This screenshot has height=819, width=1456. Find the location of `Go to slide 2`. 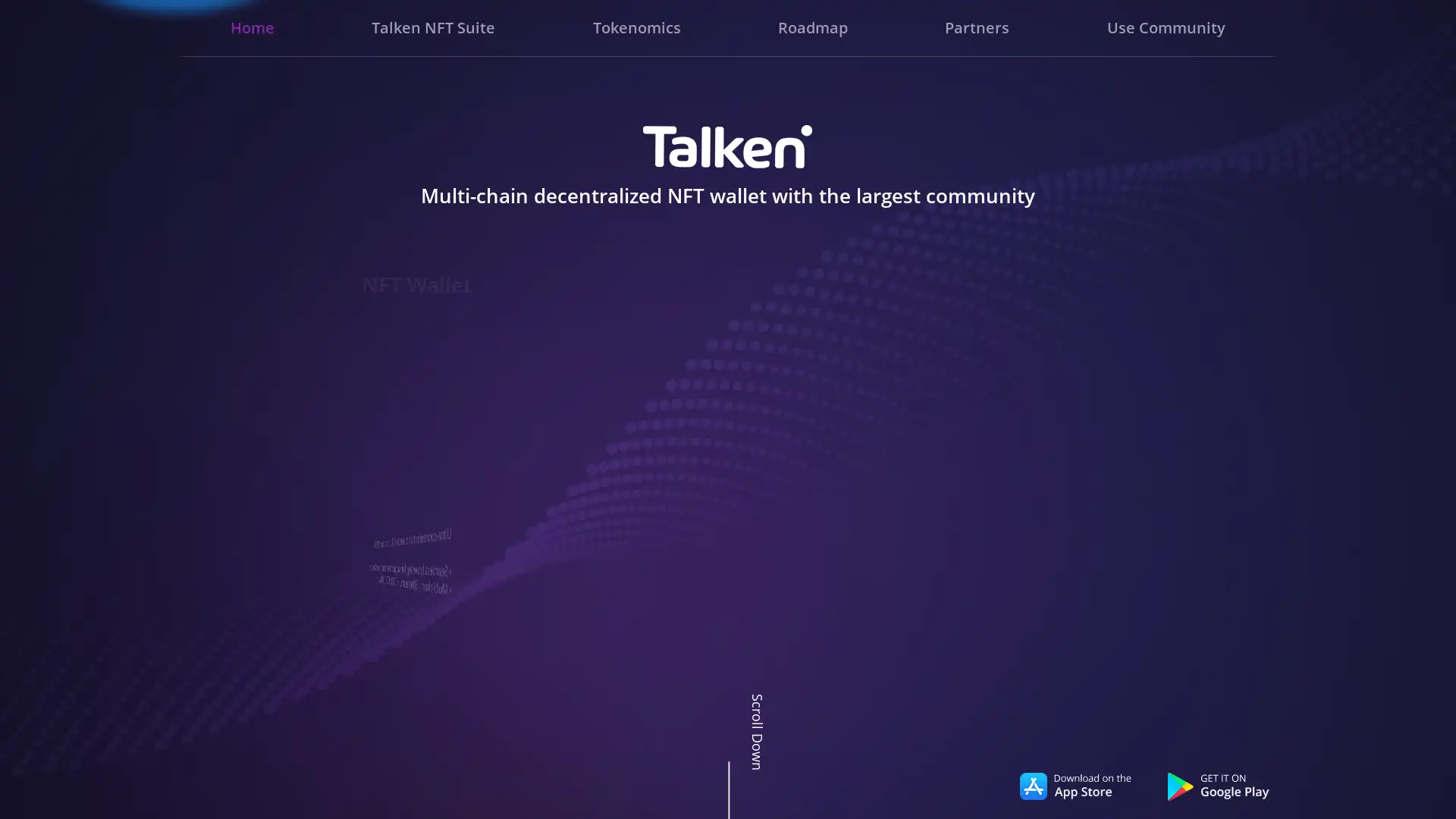

Go to slide 2 is located at coordinates (243, 643).